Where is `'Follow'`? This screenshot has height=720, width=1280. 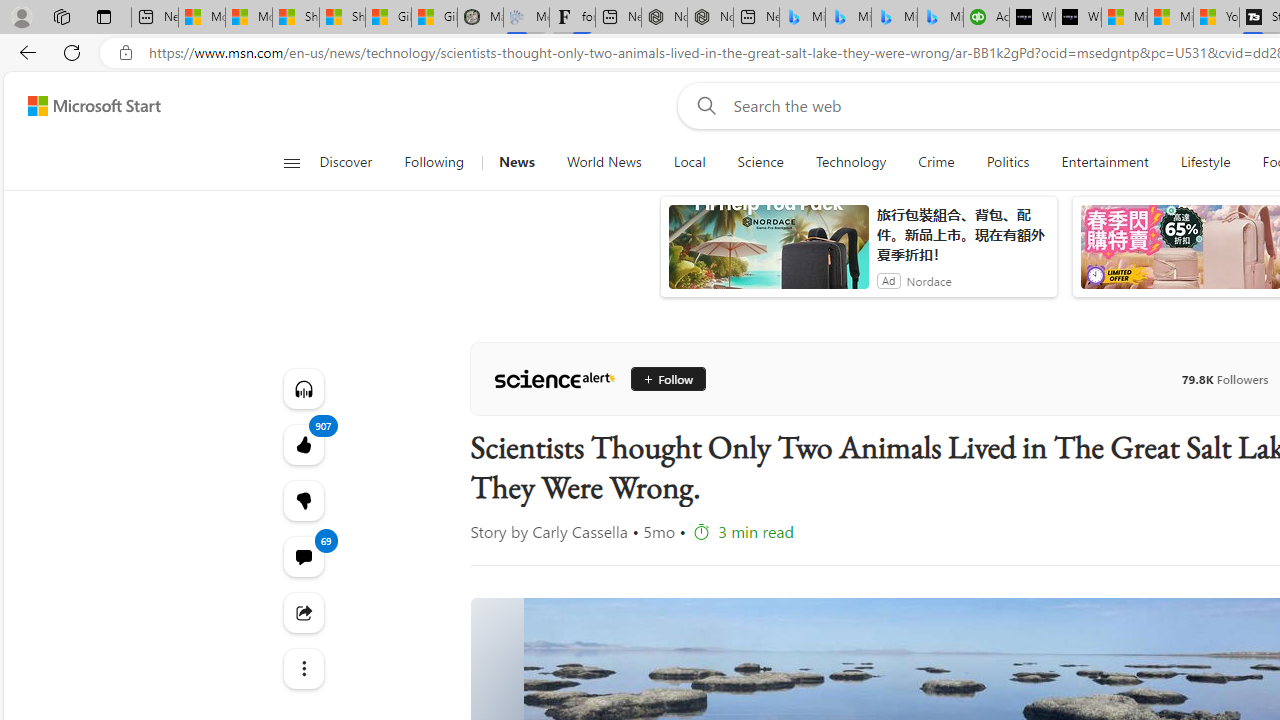 'Follow' is located at coordinates (659, 379).